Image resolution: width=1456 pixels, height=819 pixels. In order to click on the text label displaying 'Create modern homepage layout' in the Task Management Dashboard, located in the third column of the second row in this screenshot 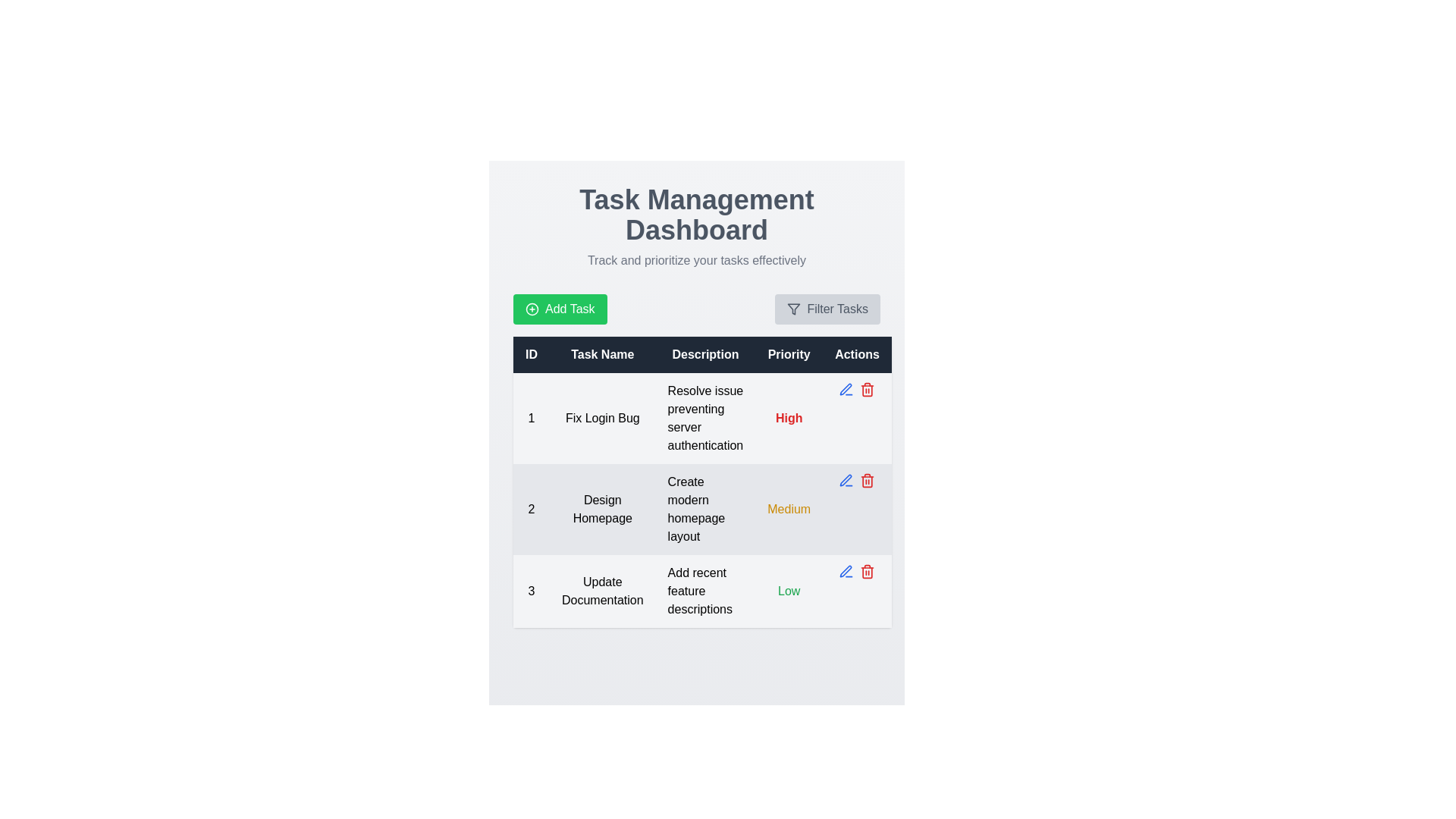, I will do `click(704, 509)`.